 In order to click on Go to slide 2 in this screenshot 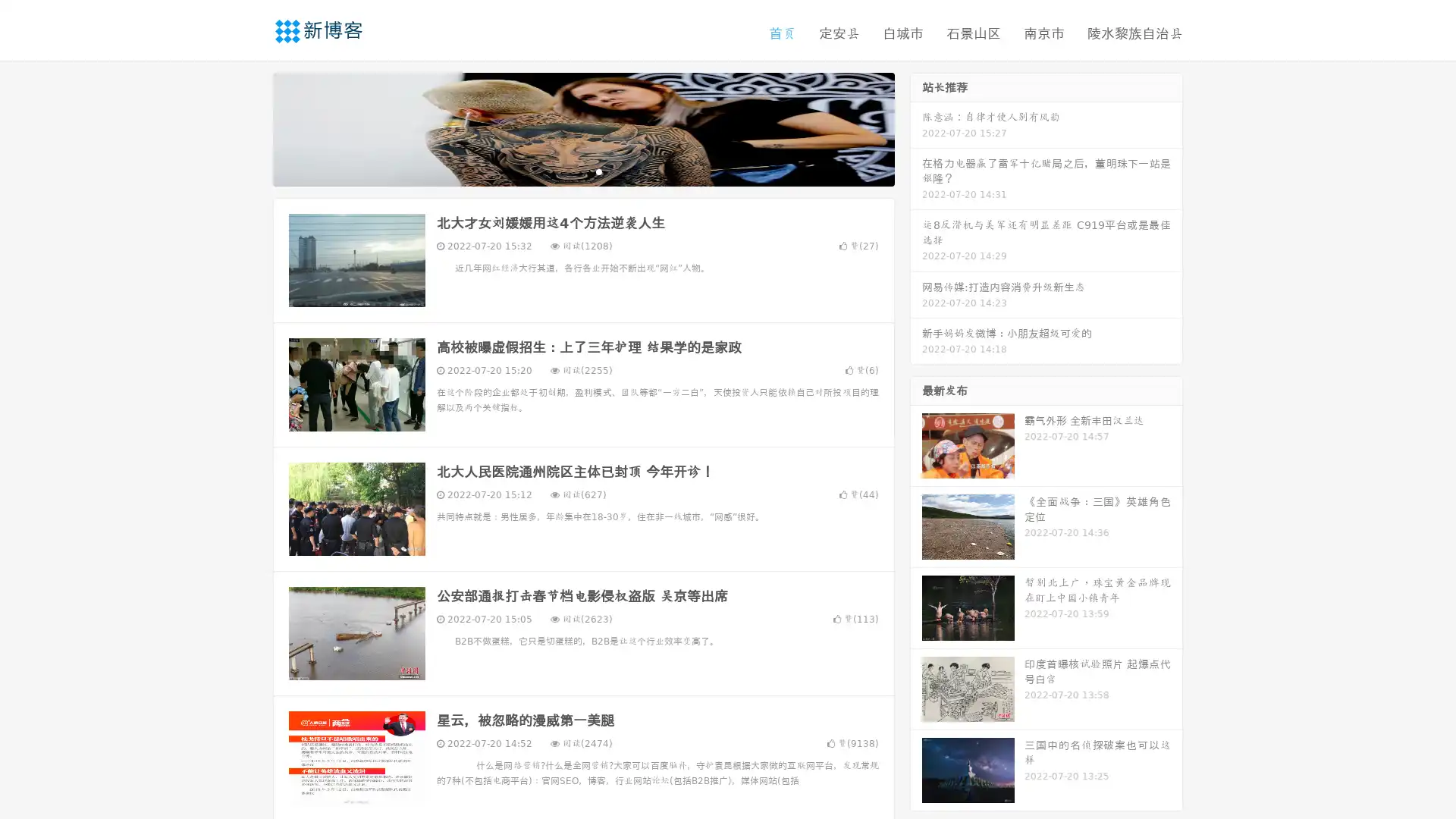, I will do `click(582, 171)`.